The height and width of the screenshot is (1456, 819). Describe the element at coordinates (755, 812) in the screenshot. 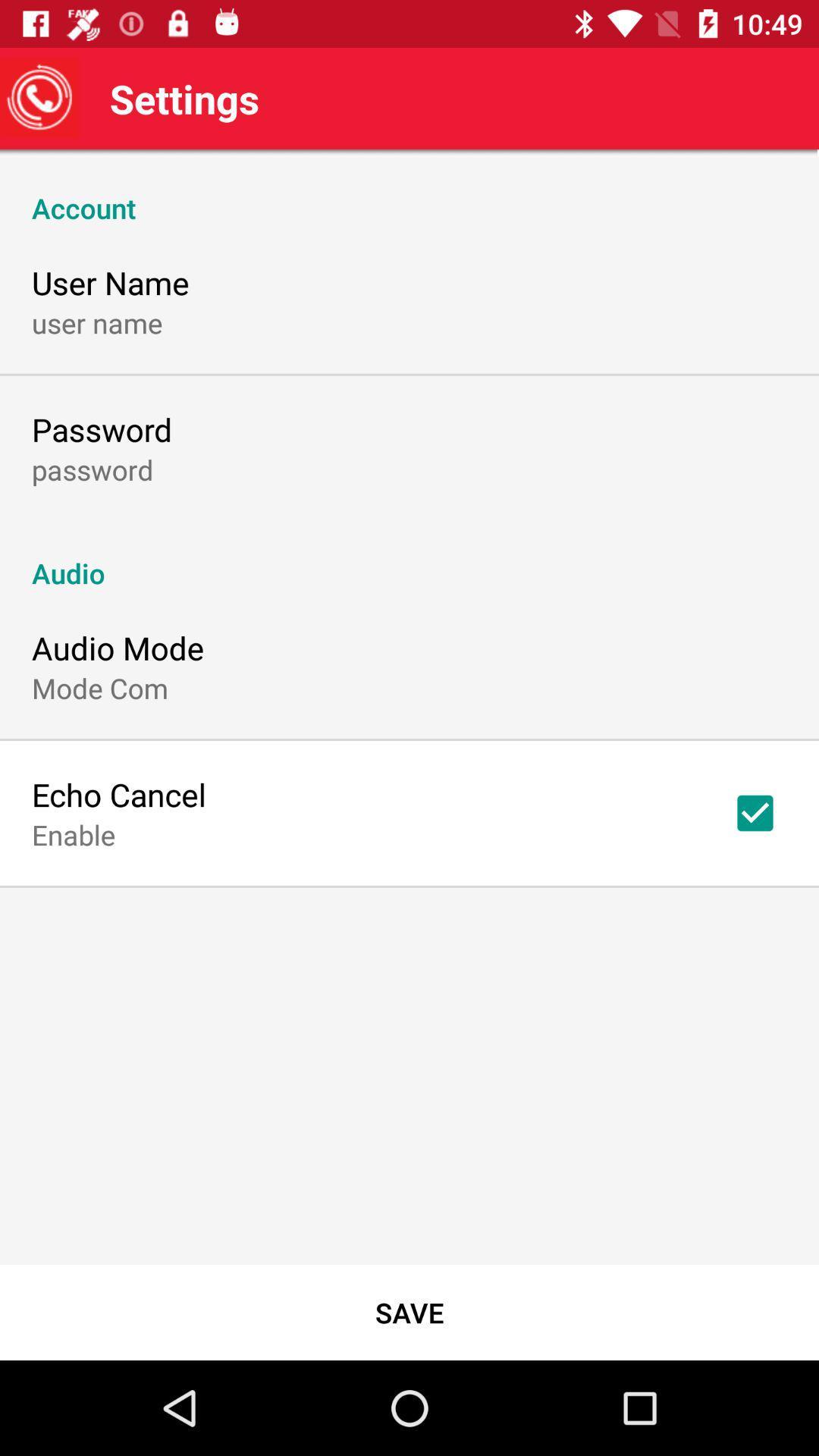

I see `the item next to the echo cancel` at that location.